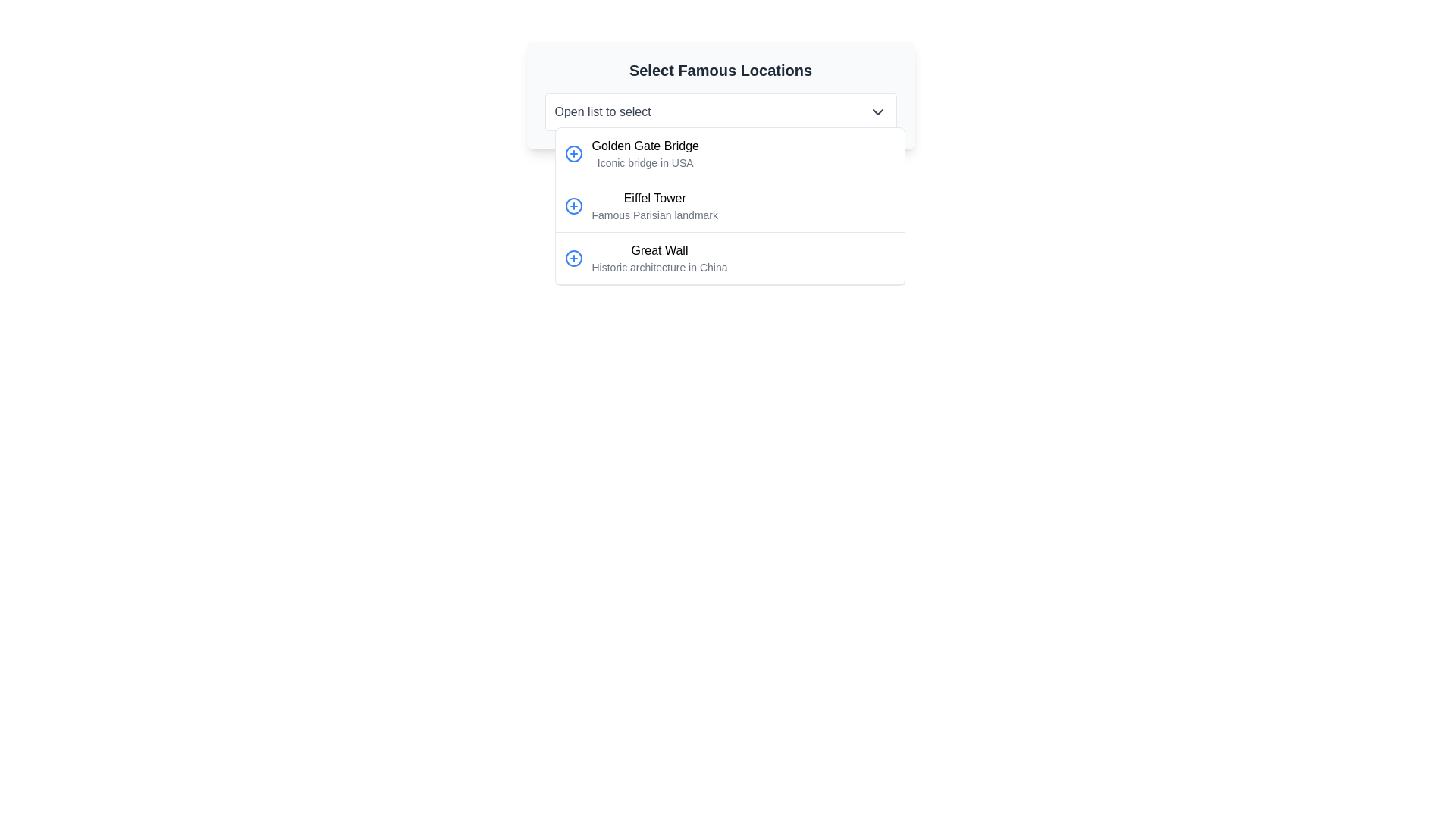  What do you see at coordinates (654, 198) in the screenshot?
I see `text label 'Eiffel Tower' which is the second item in the dropdown menu of famous landmarks` at bounding box center [654, 198].